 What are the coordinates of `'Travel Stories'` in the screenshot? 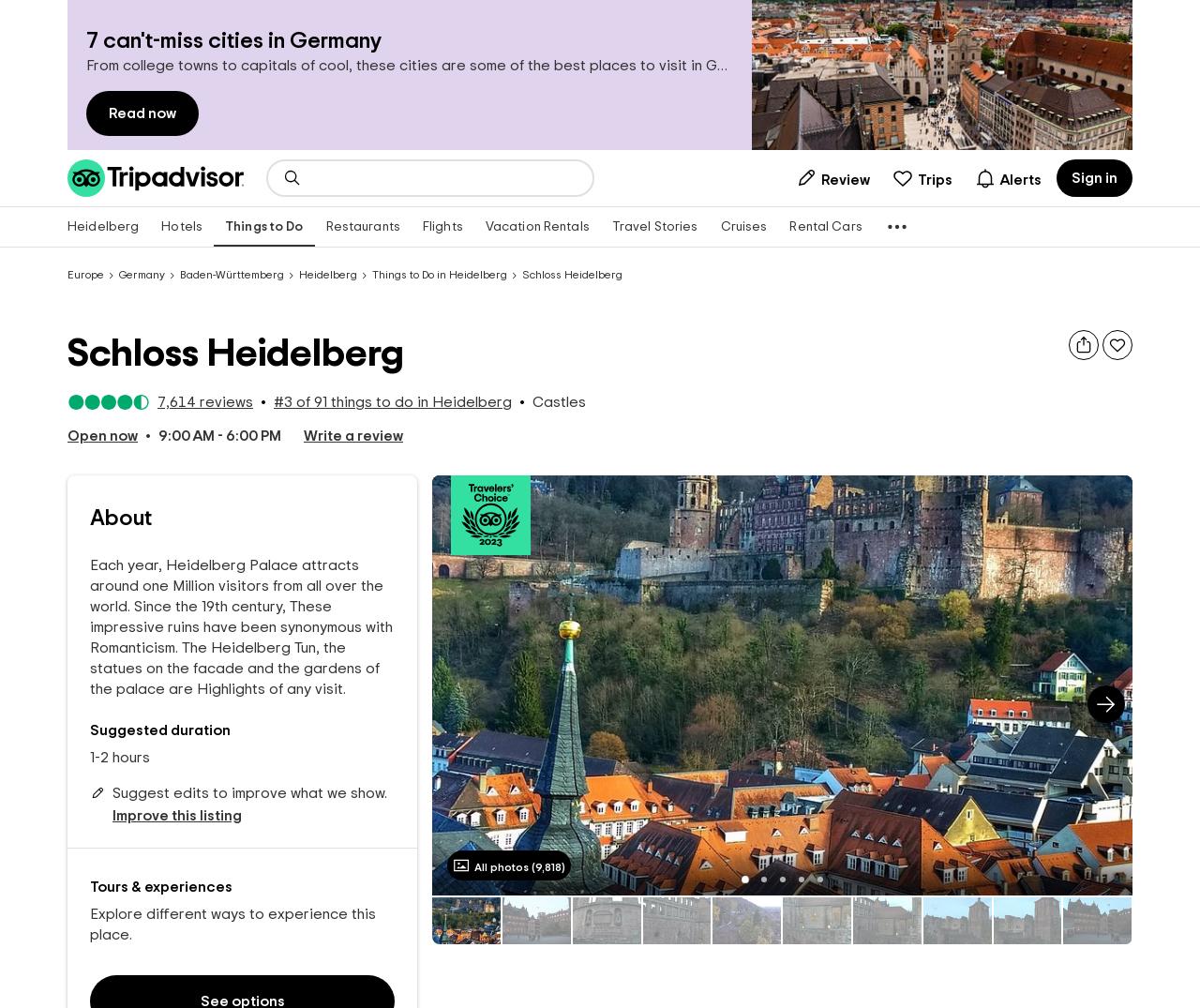 It's located at (653, 225).